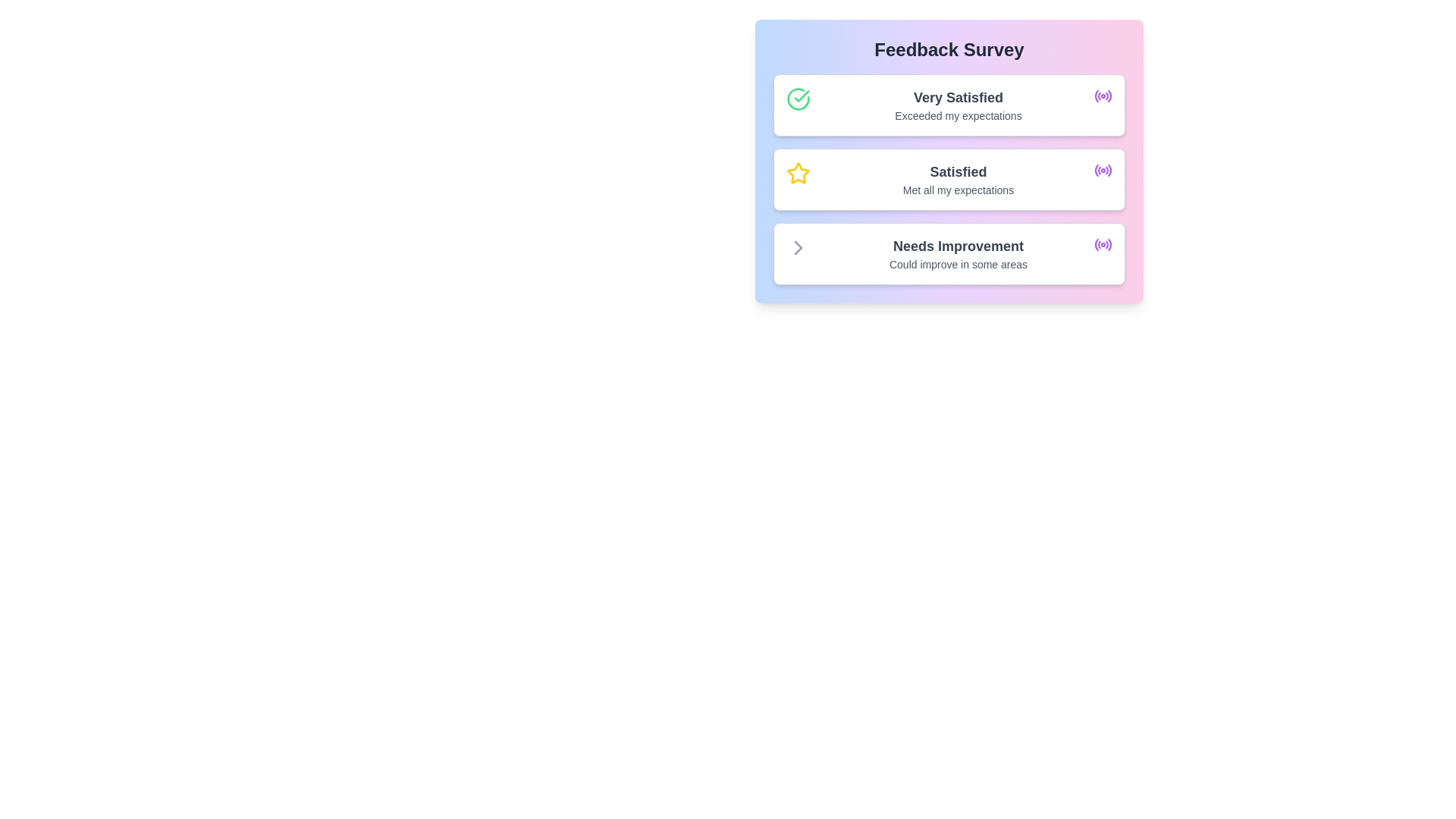 Image resolution: width=1456 pixels, height=819 pixels. Describe the element at coordinates (797, 178) in the screenshot. I see `the star icon representing moderate satisfaction located in the 'Satisfied' feedback option card` at that location.